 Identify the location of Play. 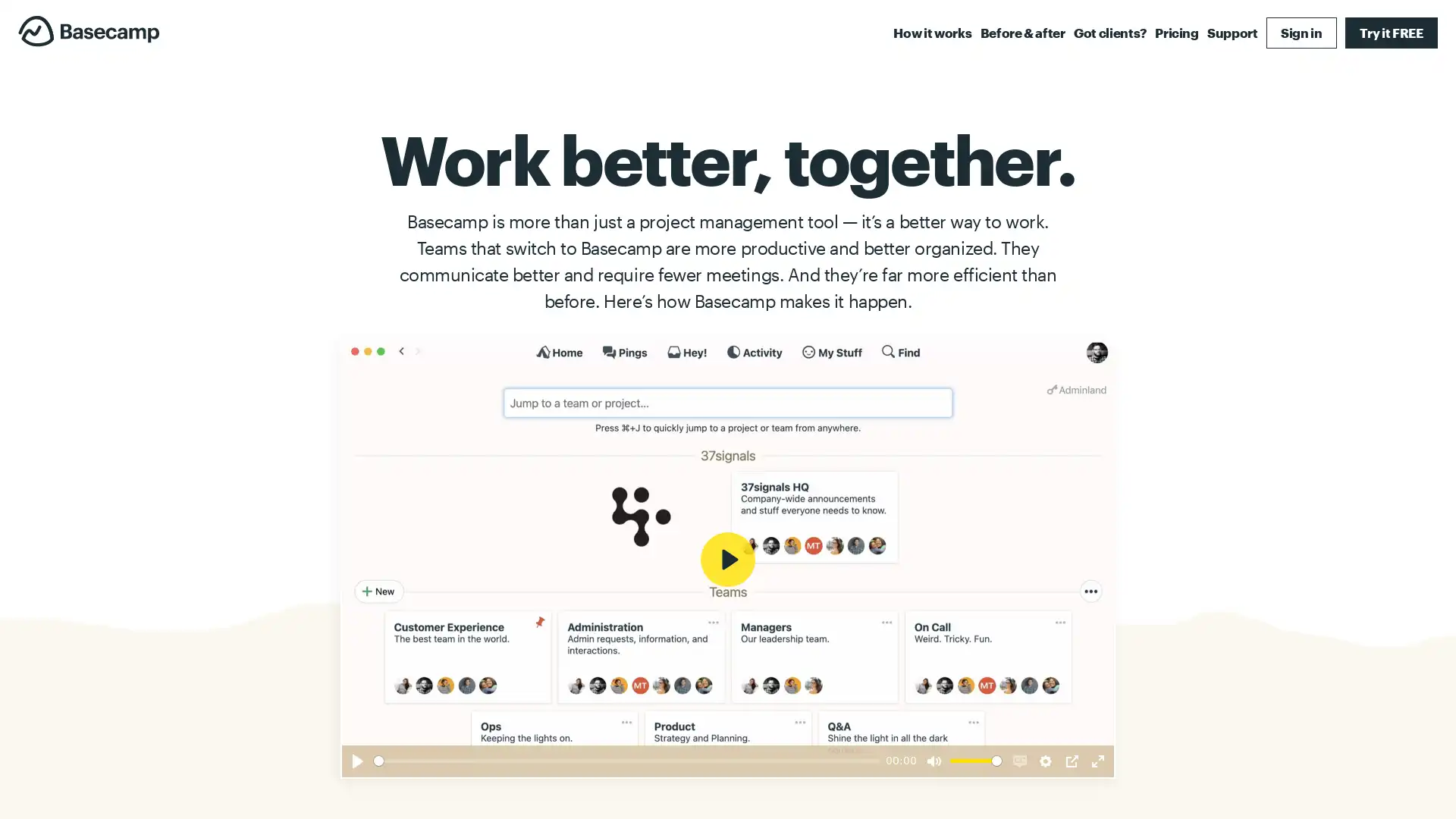
(728, 559).